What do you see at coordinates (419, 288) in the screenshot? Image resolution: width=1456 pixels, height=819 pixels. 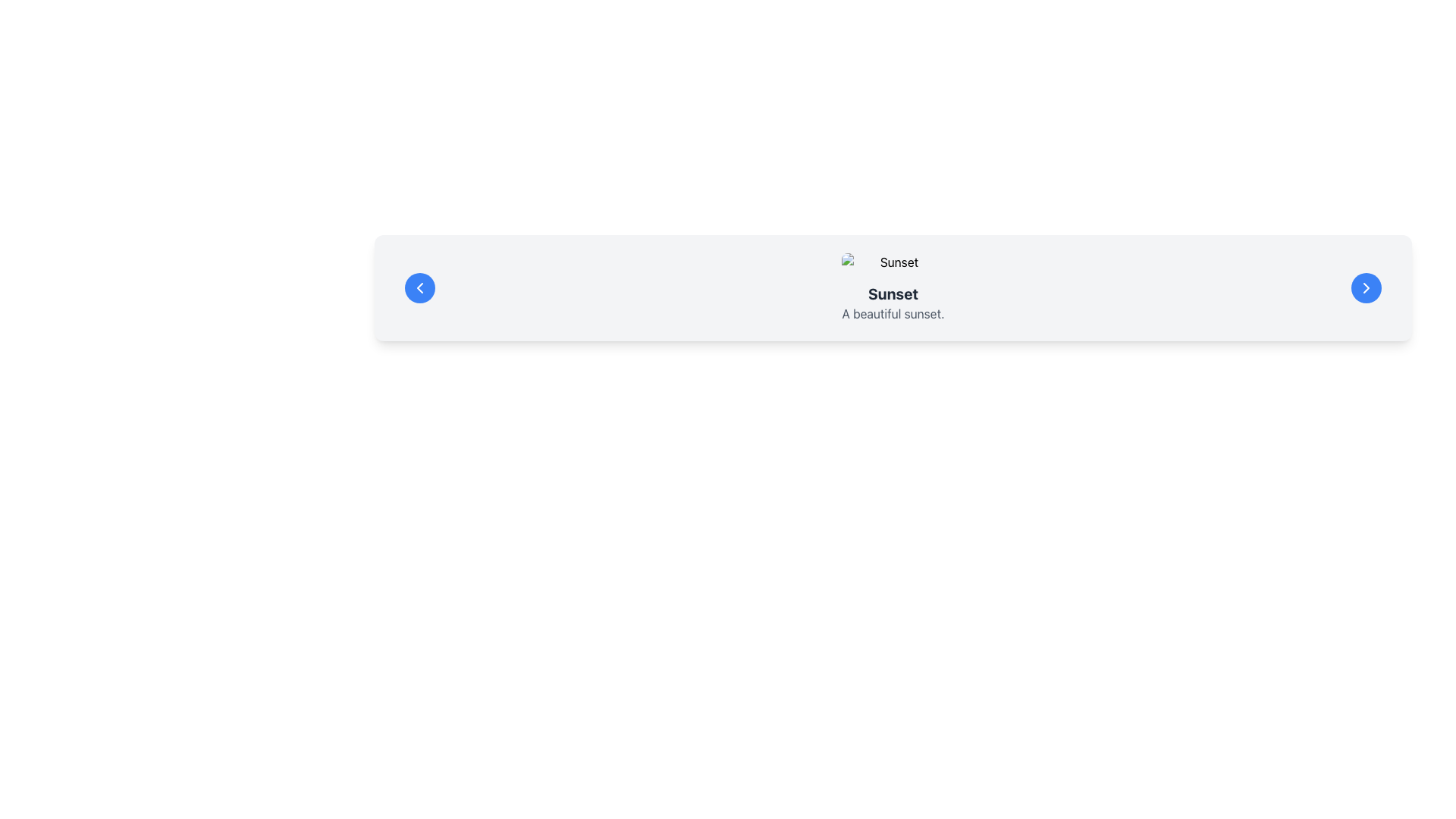 I see `the circular blue button with a white leftward chevron icon to go back` at bounding box center [419, 288].